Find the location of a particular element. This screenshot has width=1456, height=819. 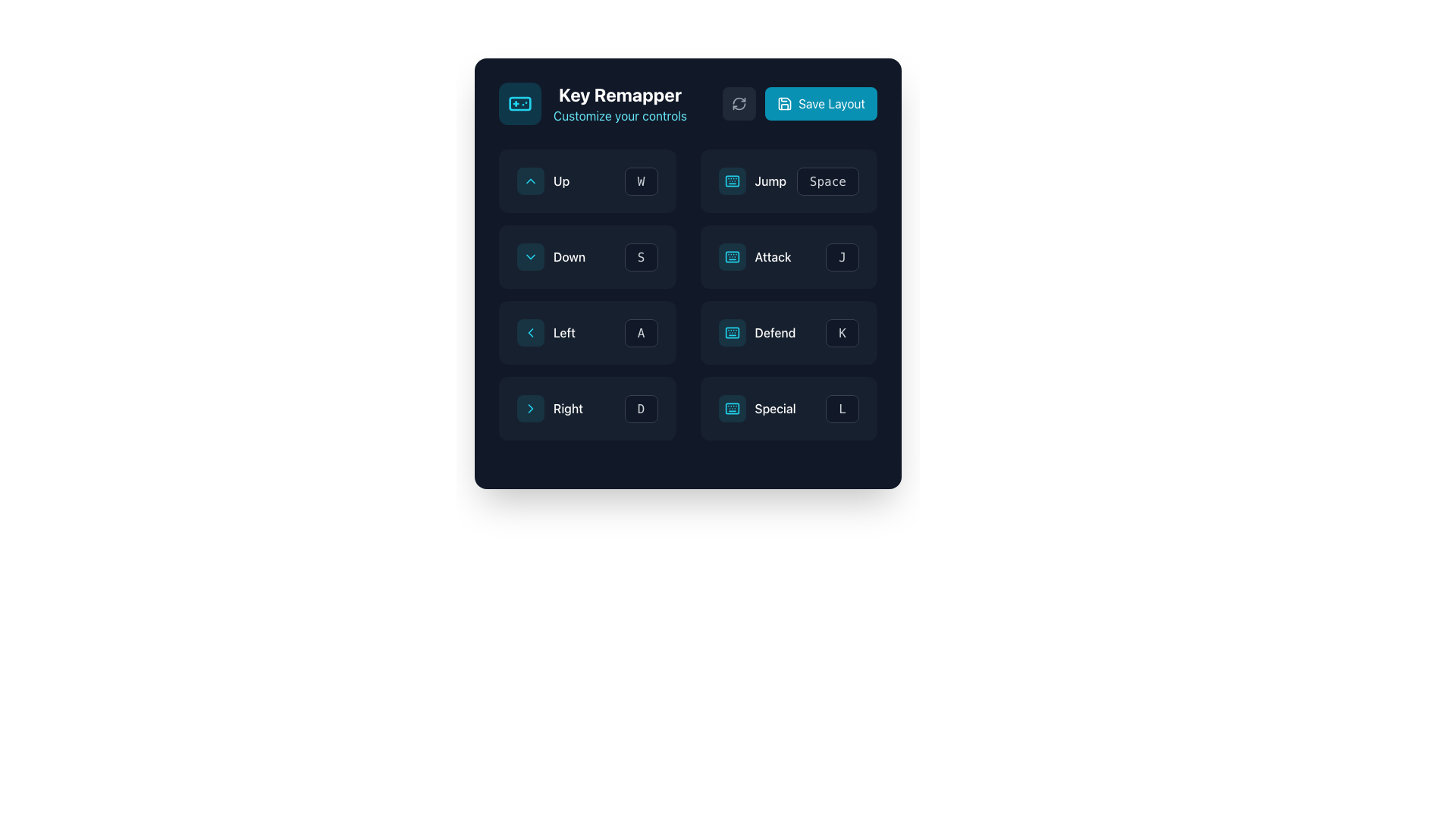

the cyan-colored button with rounded edges that contains a keyboard icon, located in the control layout section, aligned with the 'Defend' label to its right is located at coordinates (732, 332).